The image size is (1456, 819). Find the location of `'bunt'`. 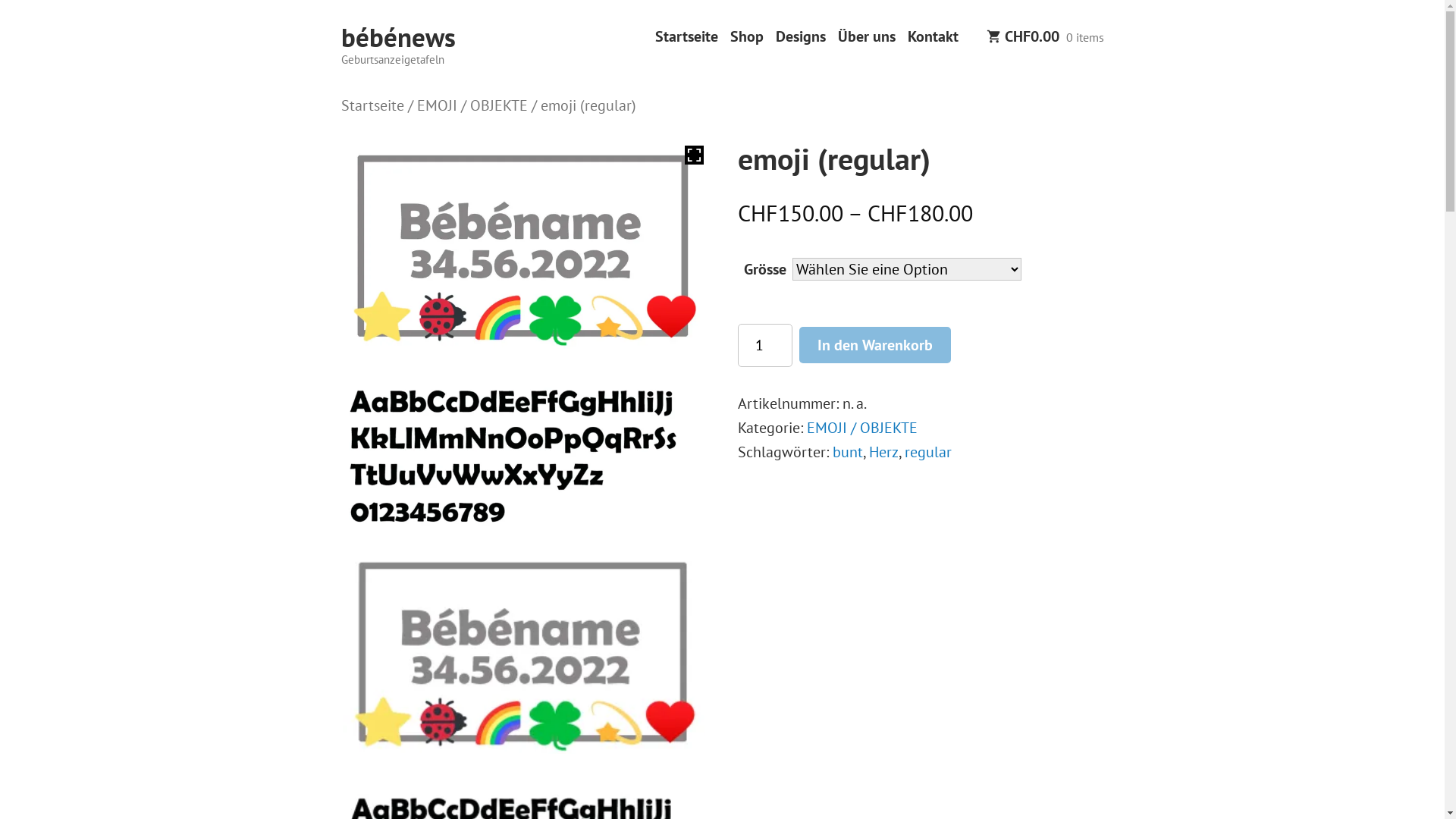

'bunt' is located at coordinates (847, 451).